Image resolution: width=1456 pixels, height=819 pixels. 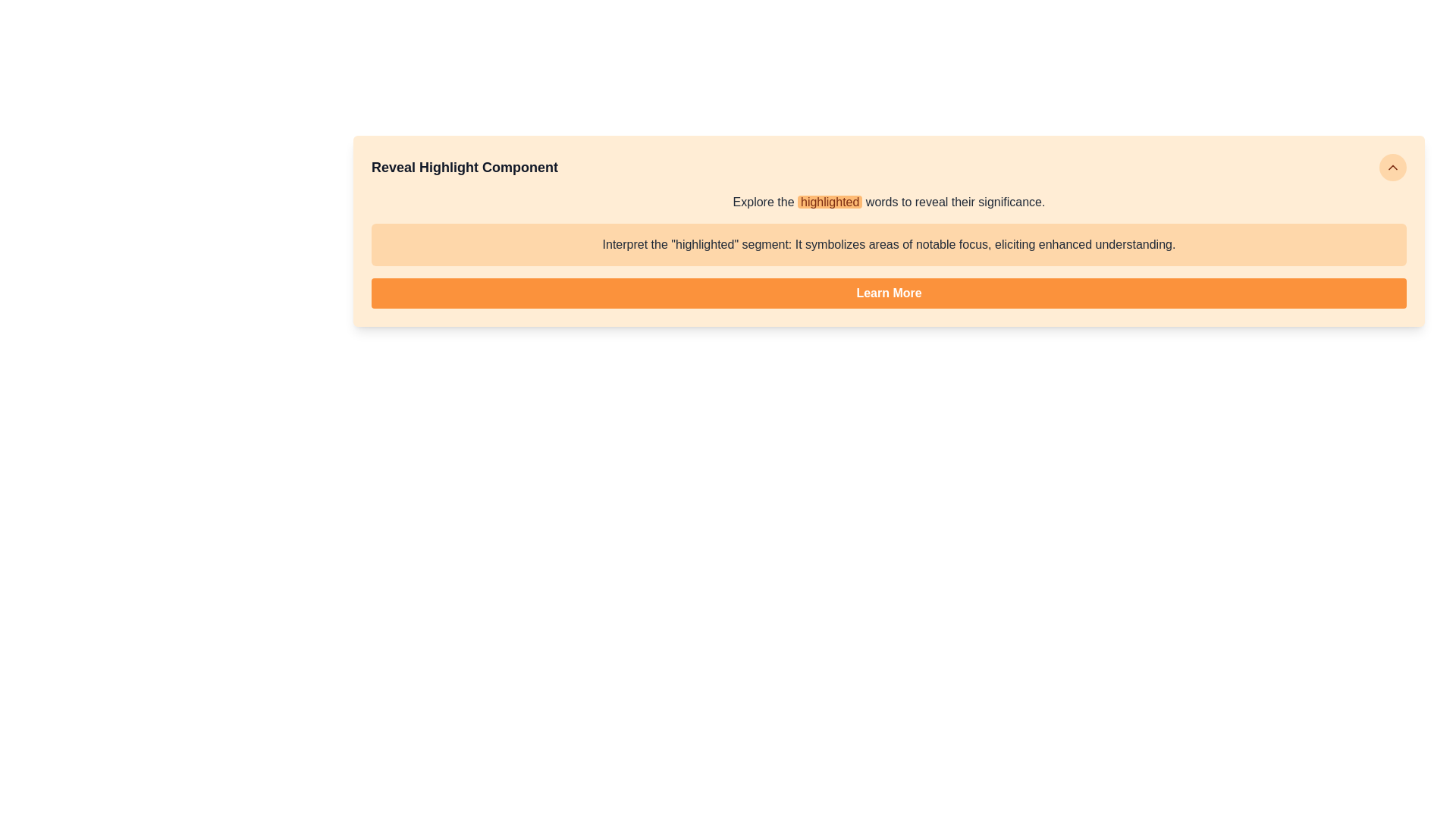 I want to click on the upwards-pointing chevron icon located in the top-right corner of the orange-highlighted section, so click(x=1393, y=167).